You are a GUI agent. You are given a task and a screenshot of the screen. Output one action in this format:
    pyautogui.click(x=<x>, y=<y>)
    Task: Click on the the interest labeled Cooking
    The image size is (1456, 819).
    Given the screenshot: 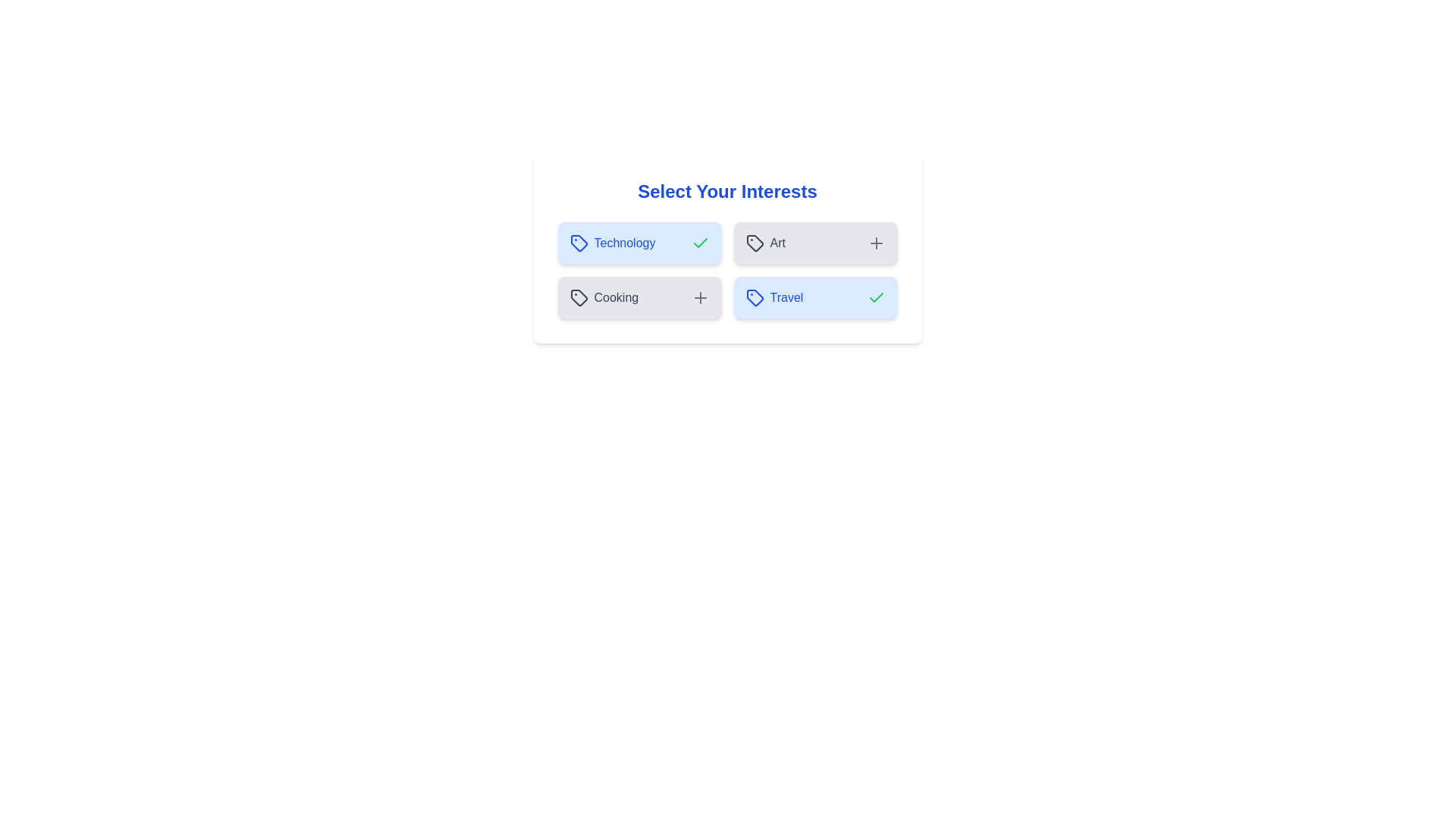 What is the action you would take?
    pyautogui.click(x=639, y=298)
    